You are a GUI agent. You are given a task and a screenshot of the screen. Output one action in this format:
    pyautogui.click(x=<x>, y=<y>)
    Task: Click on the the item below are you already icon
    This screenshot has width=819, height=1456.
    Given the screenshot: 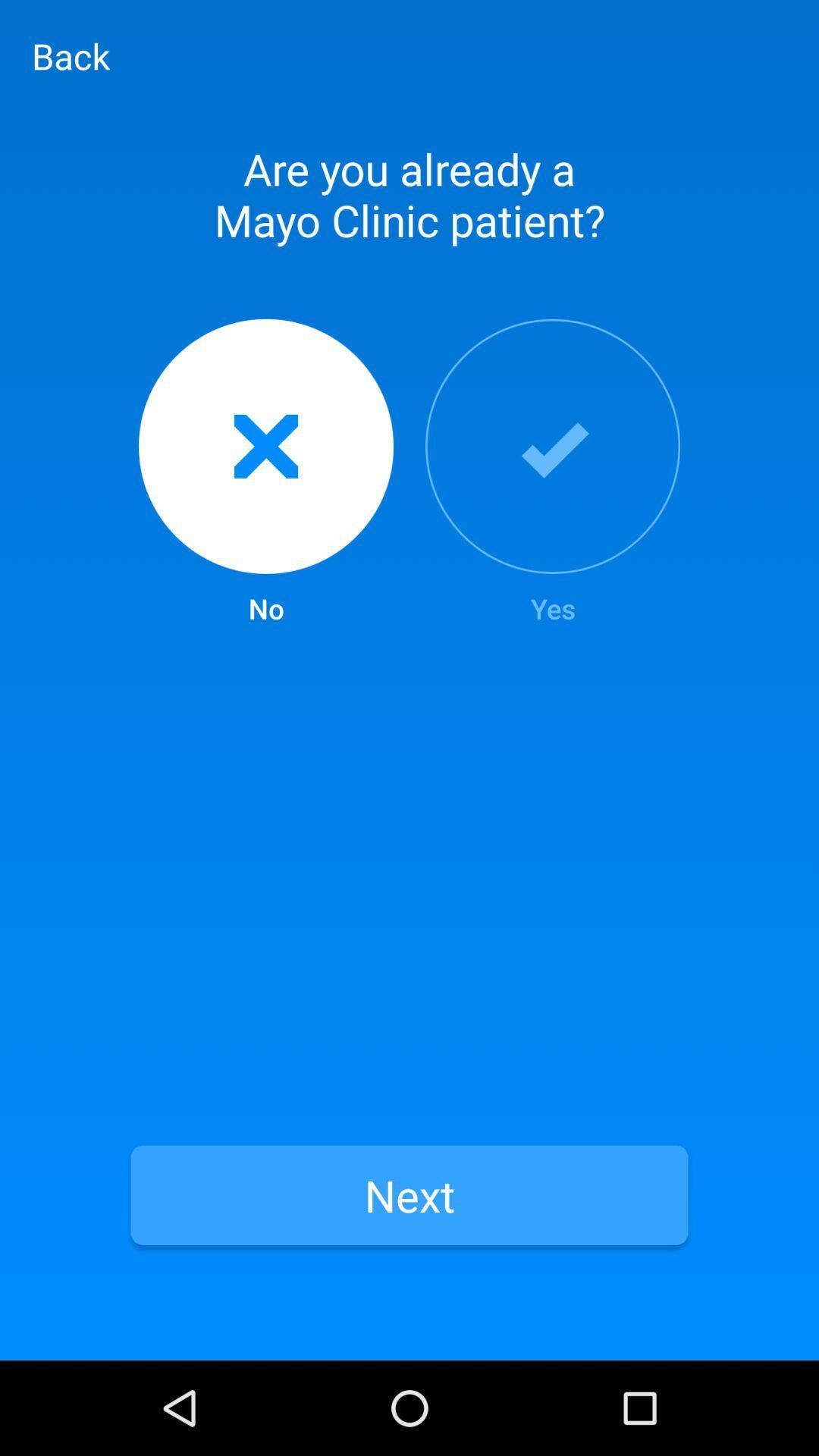 What is the action you would take?
    pyautogui.click(x=553, y=472)
    